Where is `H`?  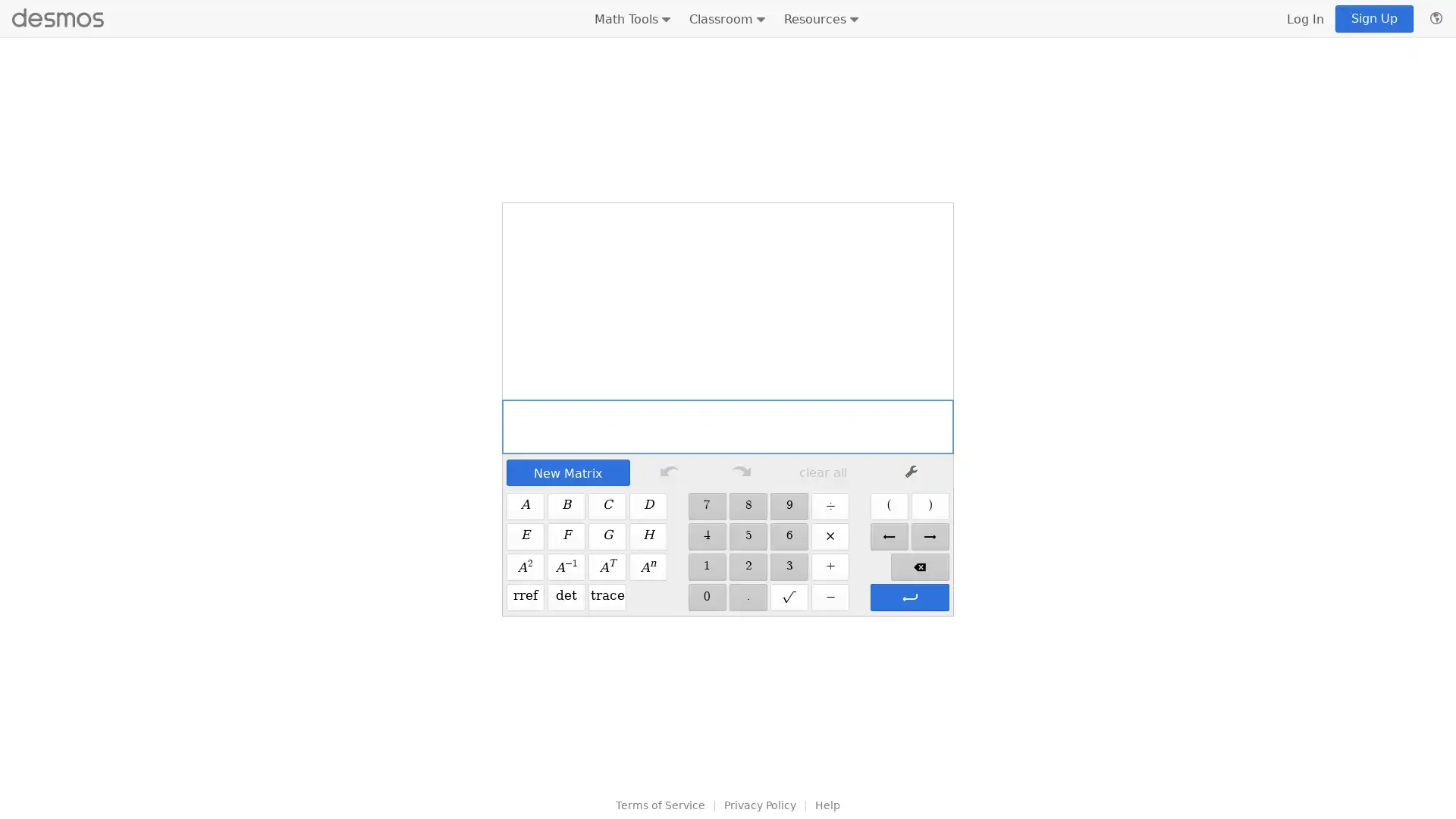 H is located at coordinates (648, 536).